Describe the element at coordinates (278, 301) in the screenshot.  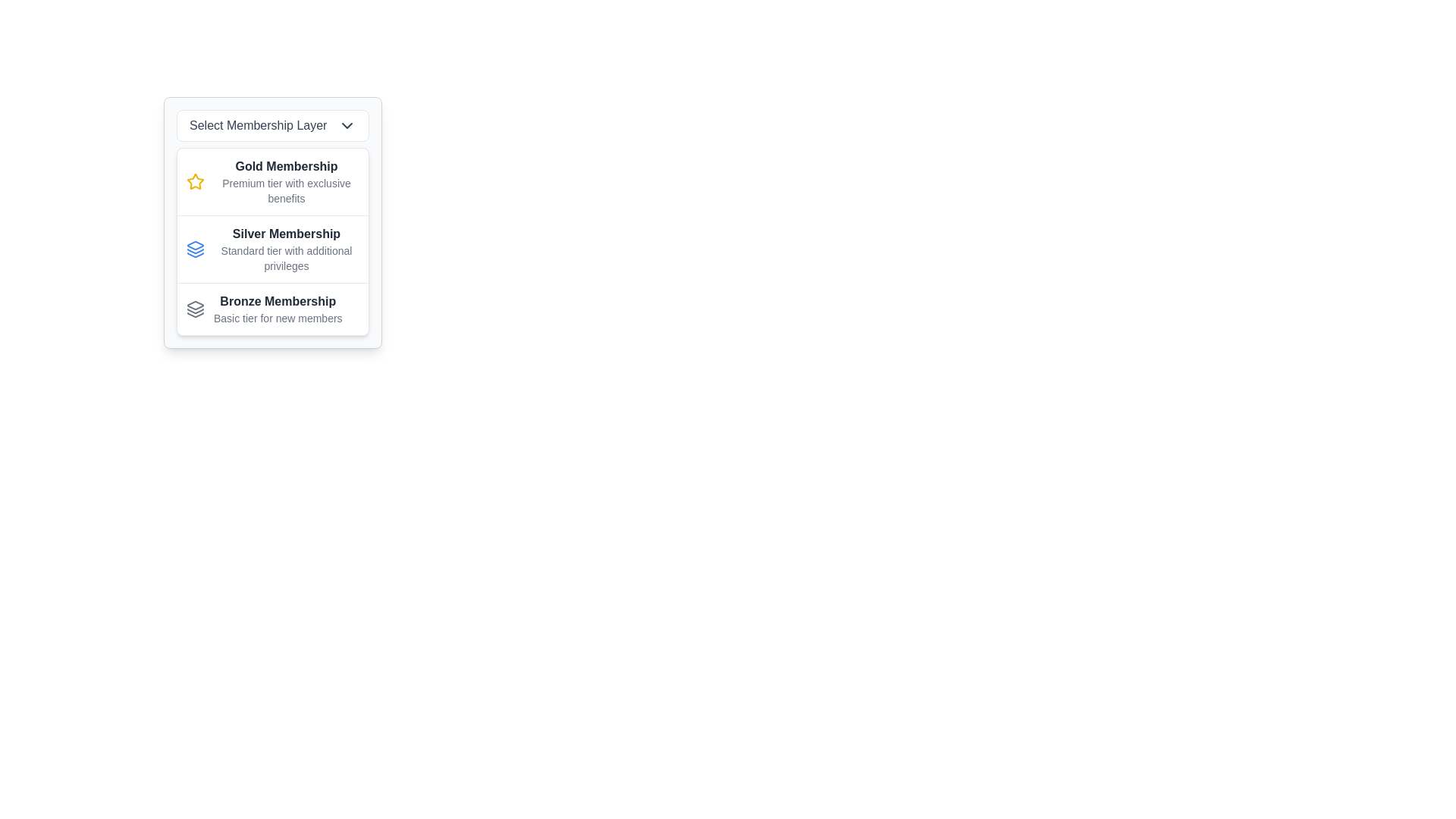
I see `the bold-styled 'Bronze Membership' text label, which is the title in the third section of membership options` at that location.